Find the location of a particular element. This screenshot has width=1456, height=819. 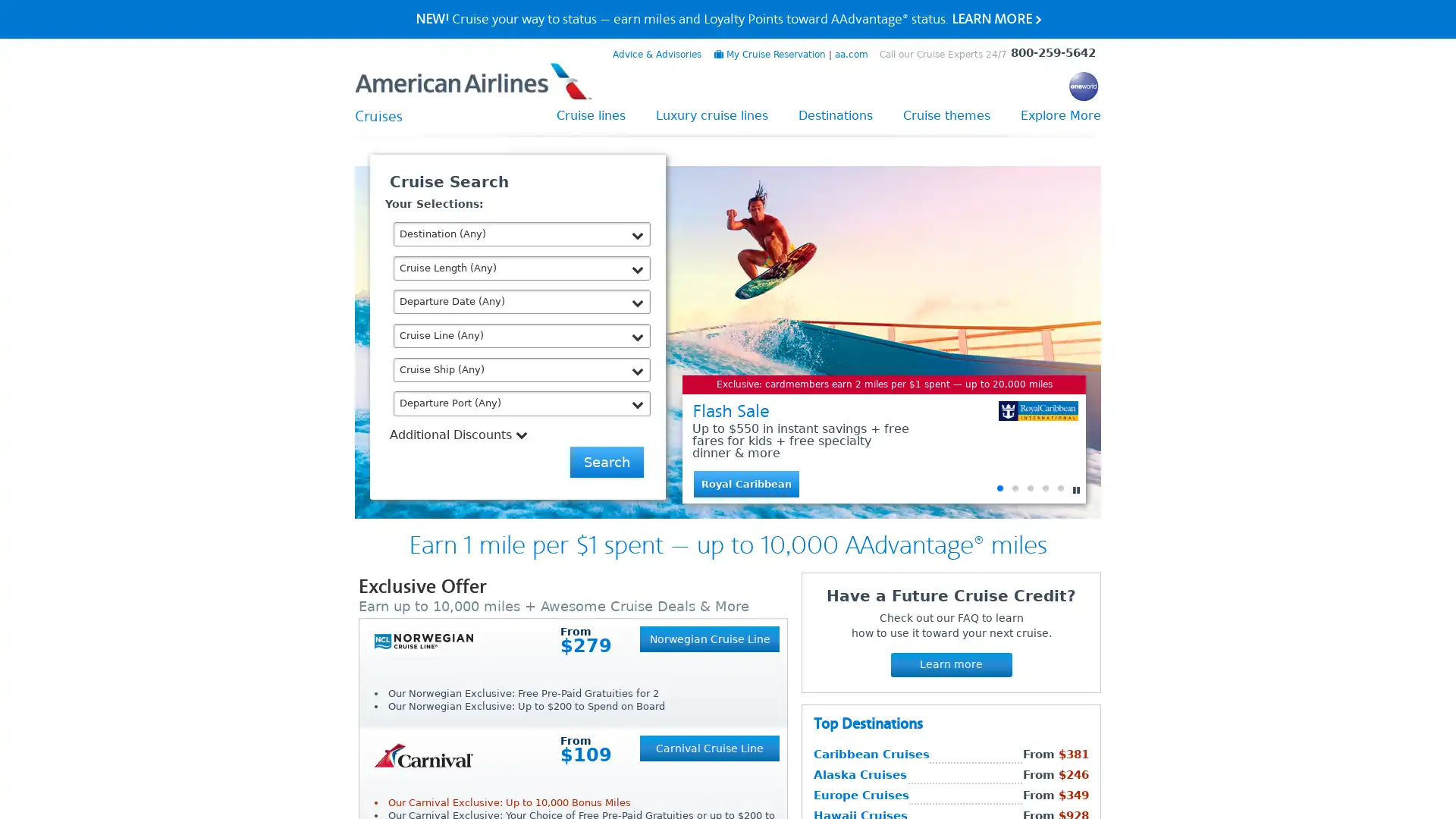

Cruise lines is located at coordinates (590, 114).